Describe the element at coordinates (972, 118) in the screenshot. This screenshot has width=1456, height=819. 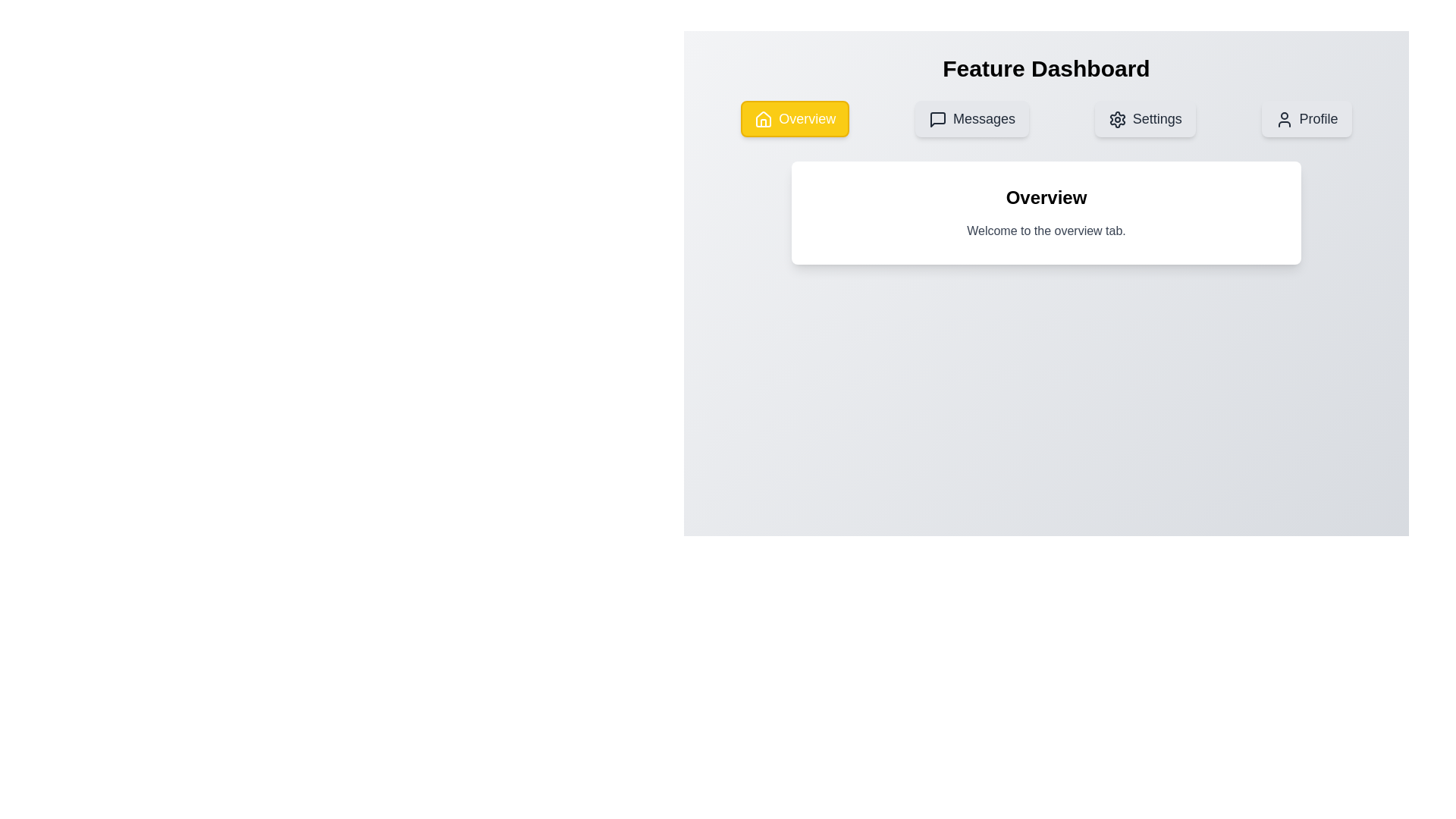
I see `the Messages tab by clicking the corresponding navigation button` at that location.